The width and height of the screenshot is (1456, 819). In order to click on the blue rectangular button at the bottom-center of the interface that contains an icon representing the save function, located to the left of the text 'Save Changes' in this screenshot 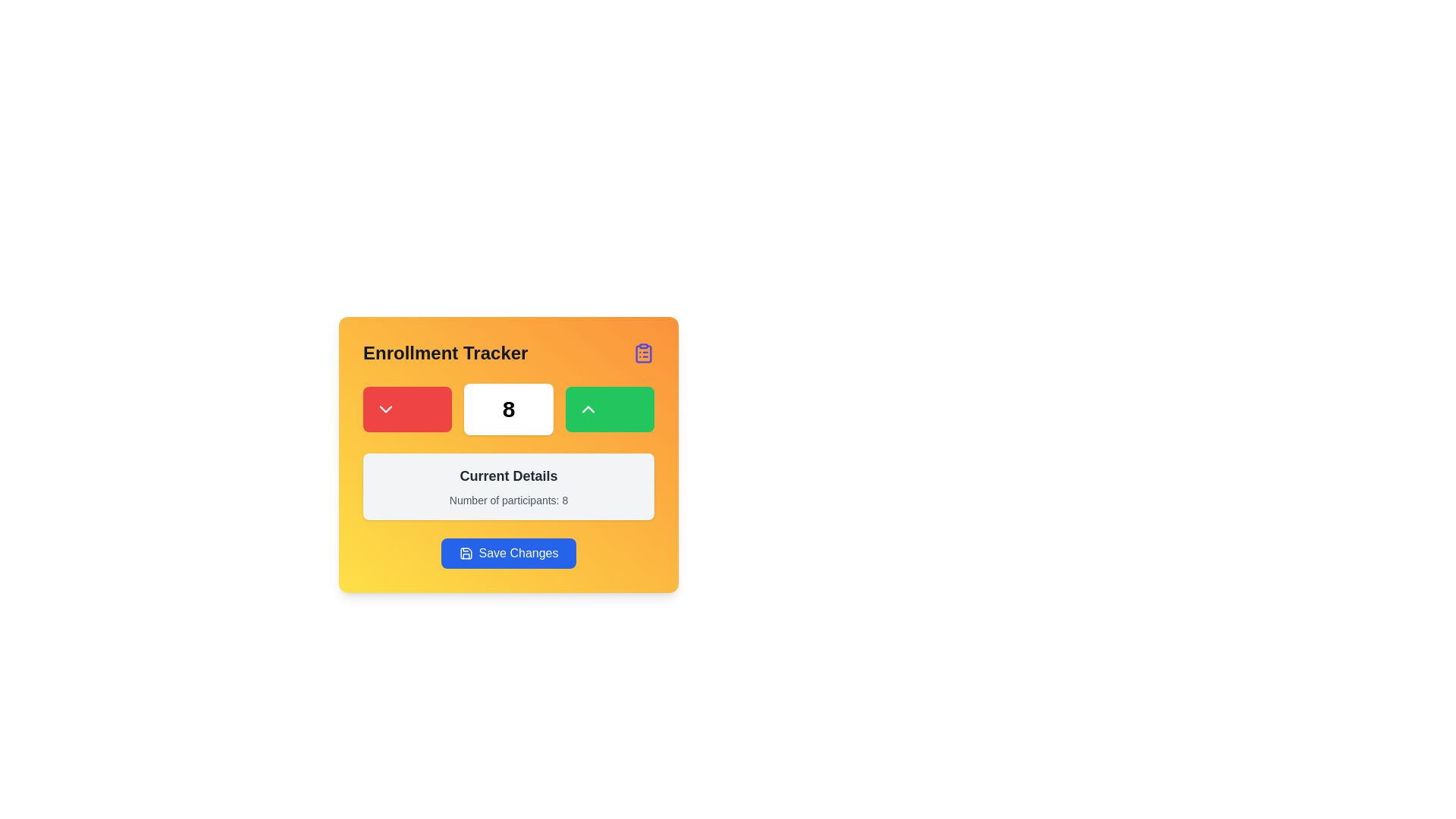, I will do `click(465, 553)`.